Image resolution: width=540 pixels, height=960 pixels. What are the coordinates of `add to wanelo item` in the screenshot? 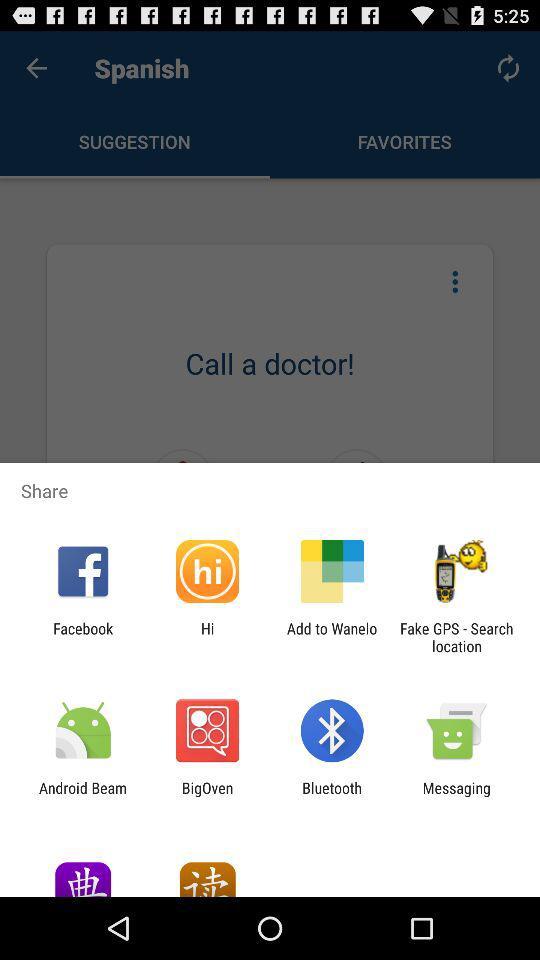 It's located at (332, 636).